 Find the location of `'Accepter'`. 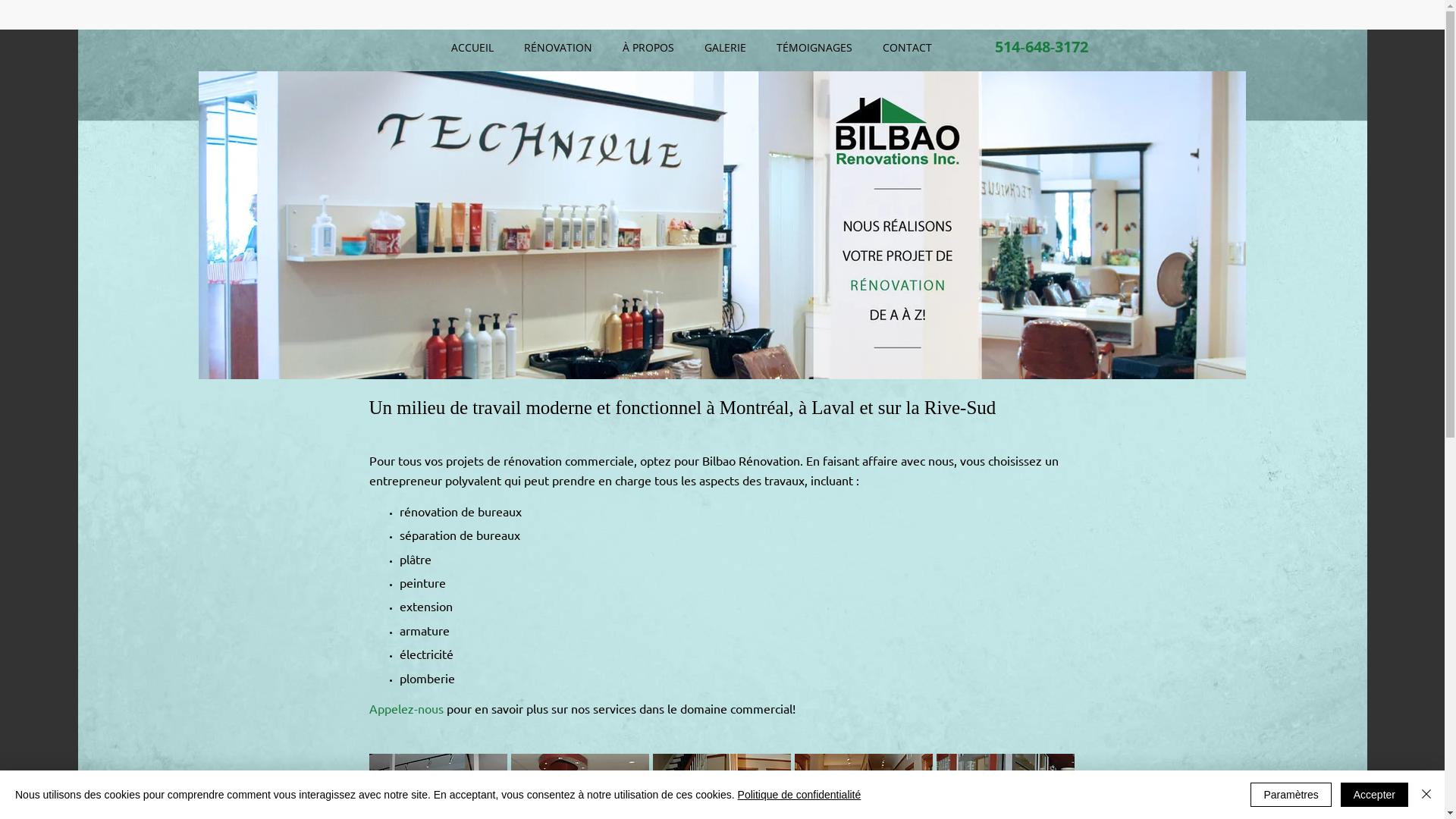

'Accepter' is located at coordinates (1374, 794).